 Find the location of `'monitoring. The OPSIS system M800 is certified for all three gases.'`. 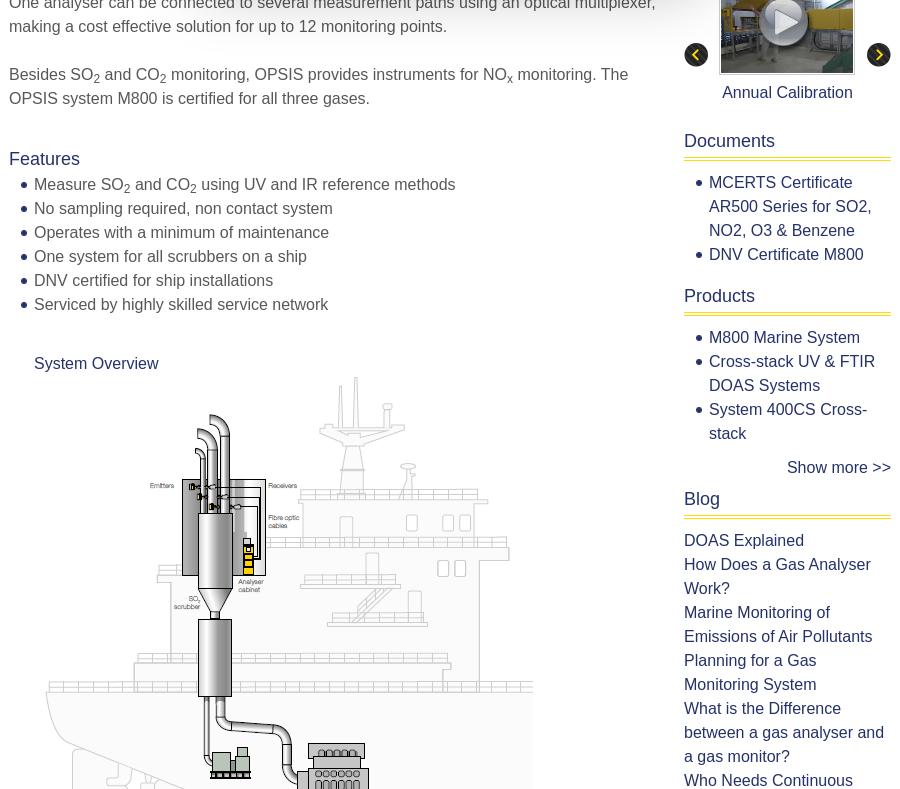

'monitoring. The OPSIS system M800 is certified for all three gases.' is located at coordinates (317, 85).